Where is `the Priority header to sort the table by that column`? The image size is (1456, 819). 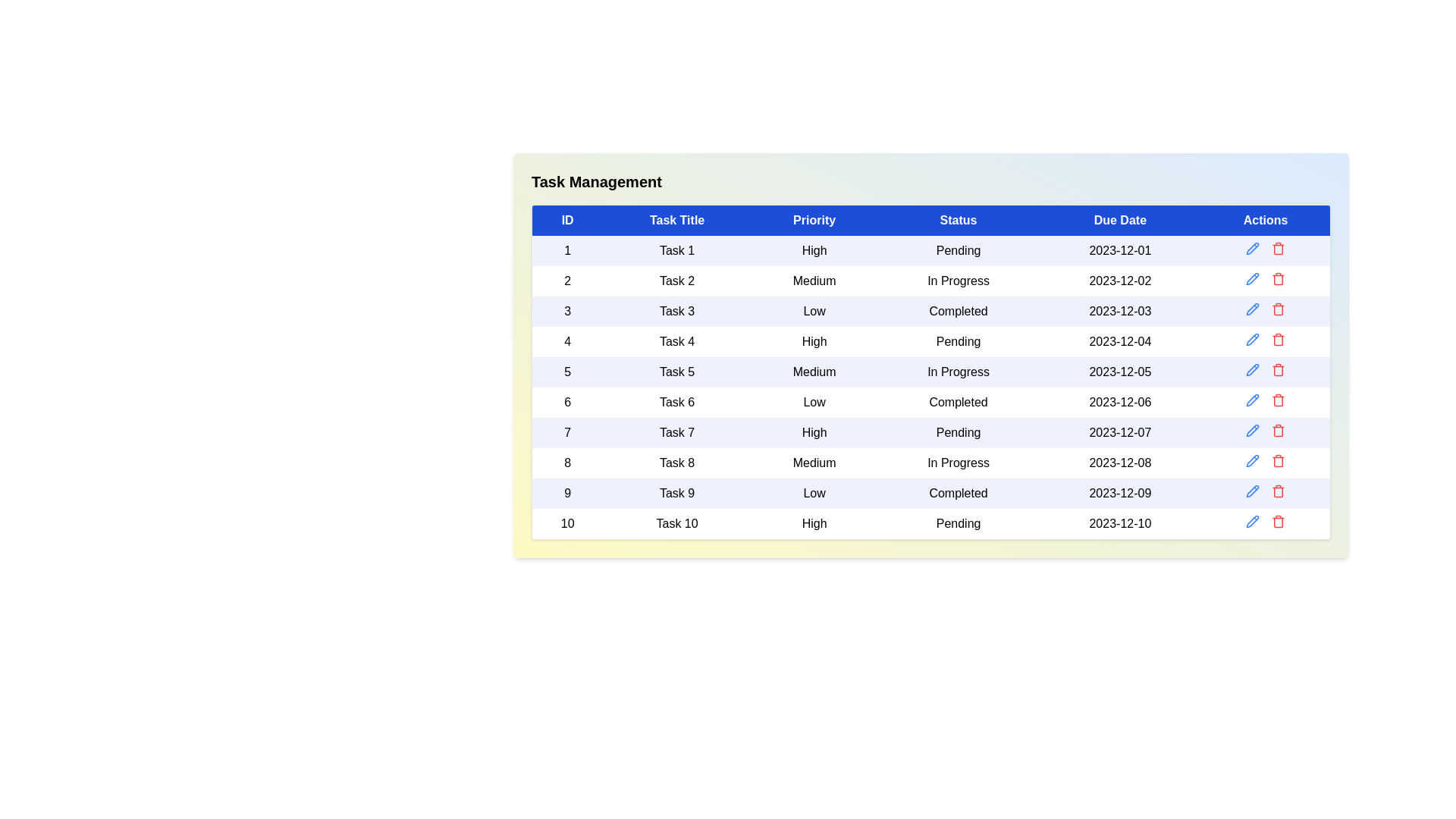
the Priority header to sort the table by that column is located at coordinates (814, 220).